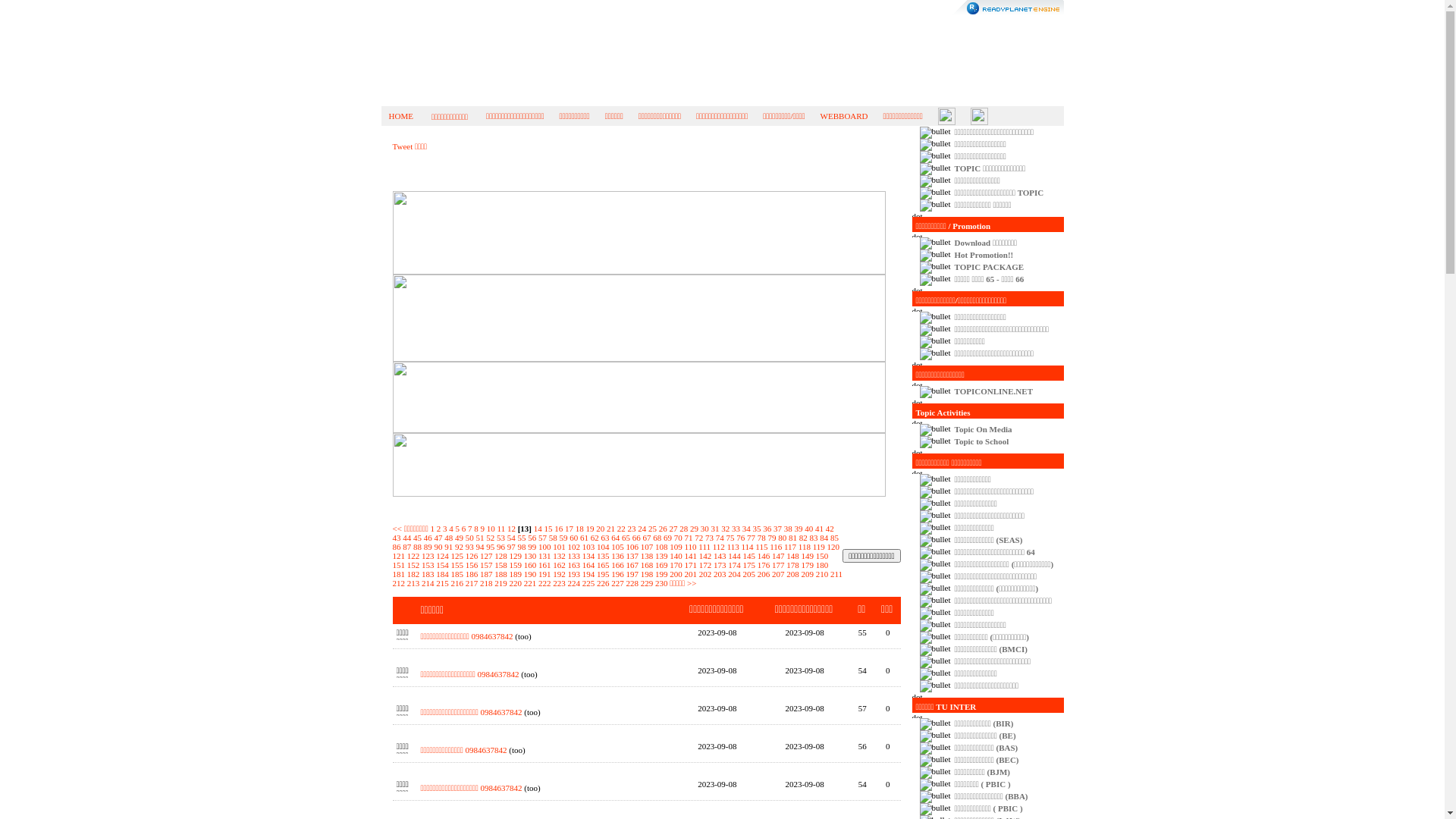 This screenshot has width=1456, height=819. What do you see at coordinates (797, 528) in the screenshot?
I see `'39'` at bounding box center [797, 528].